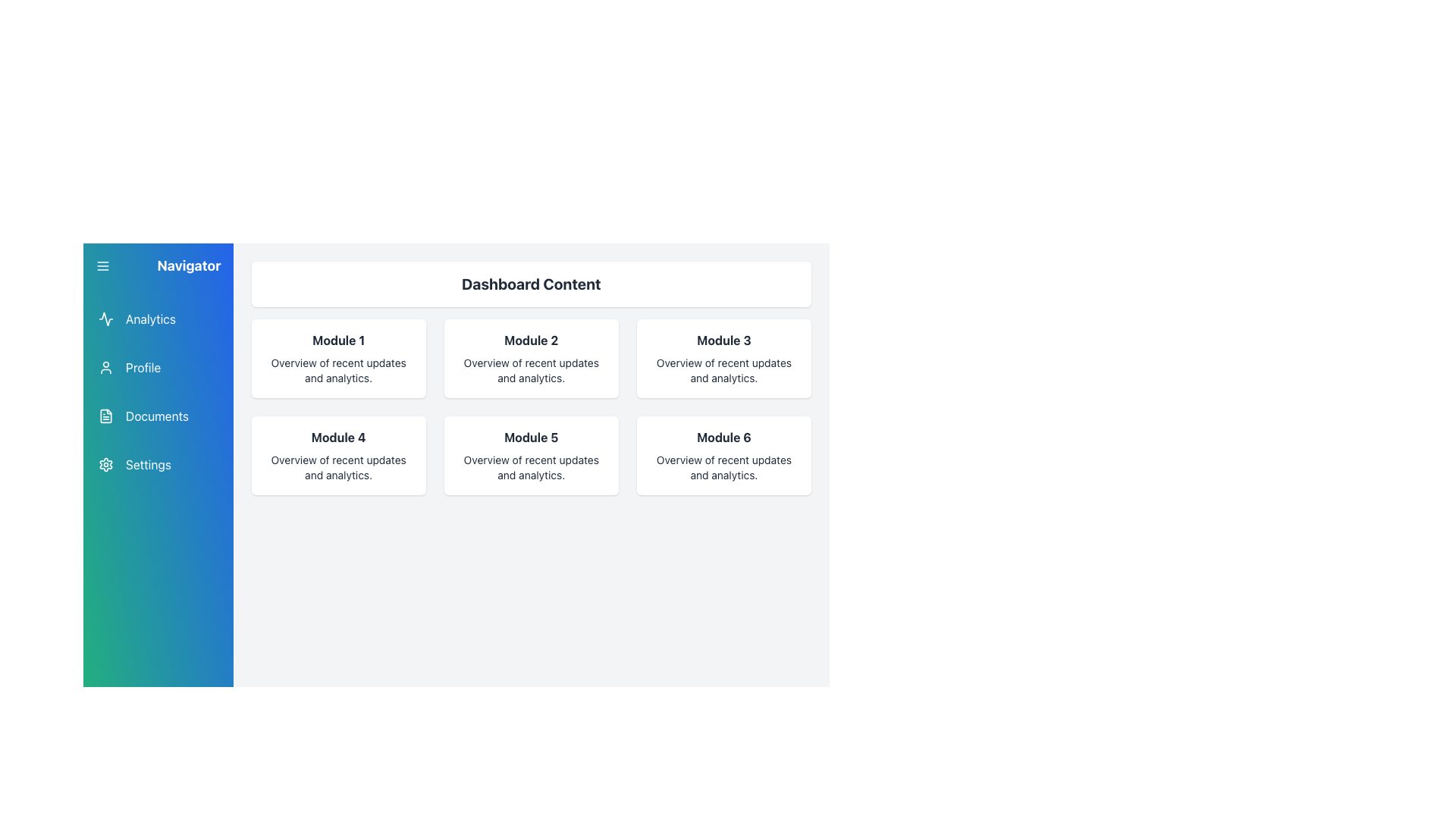 This screenshot has height=819, width=1456. What do you see at coordinates (723, 339) in the screenshot?
I see `bolded text label 'Module 3' located in the top-right card of the grid on the 'Dashboard Content' page` at bounding box center [723, 339].